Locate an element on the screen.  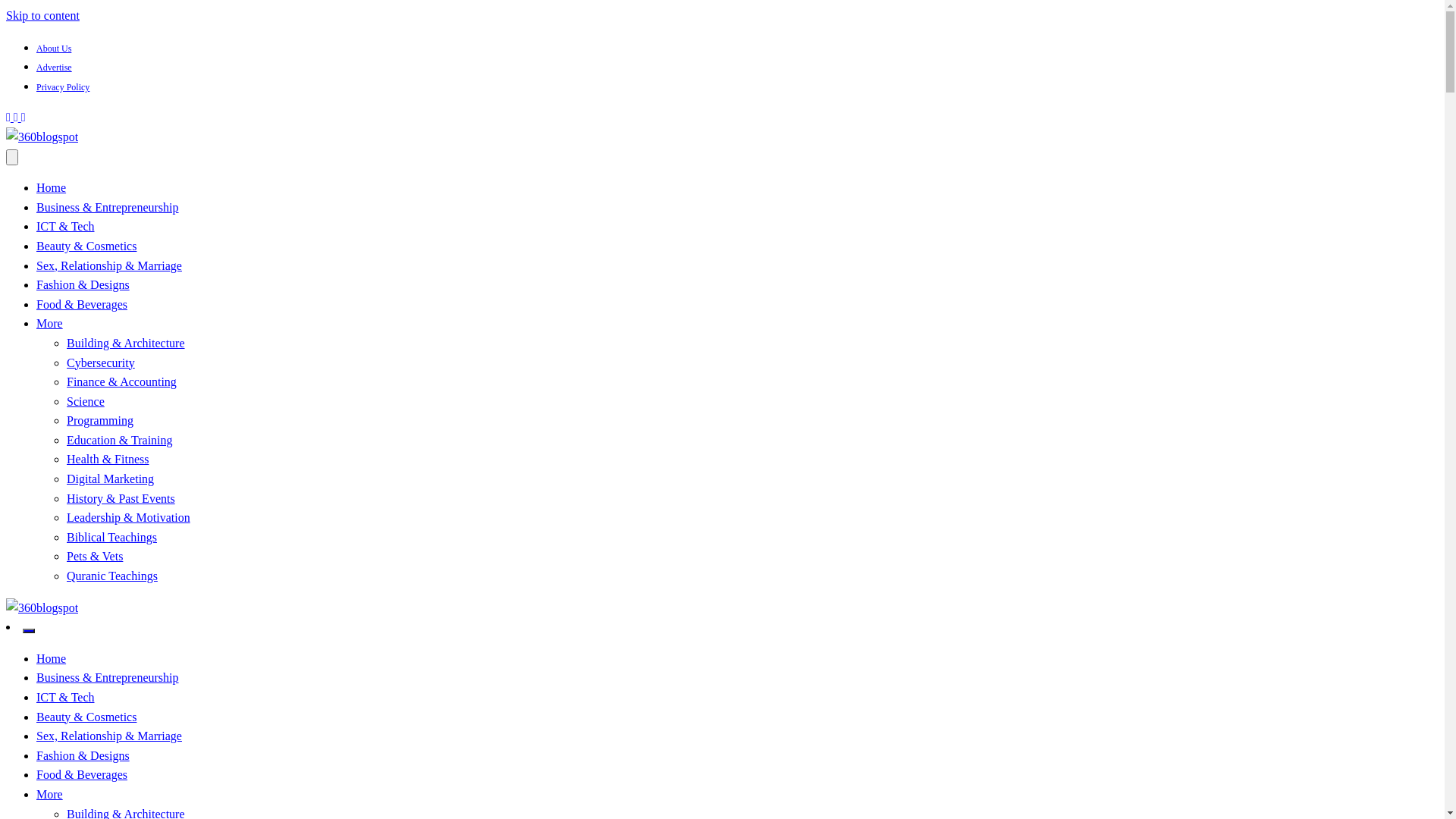
'Advertise' is located at coordinates (54, 66).